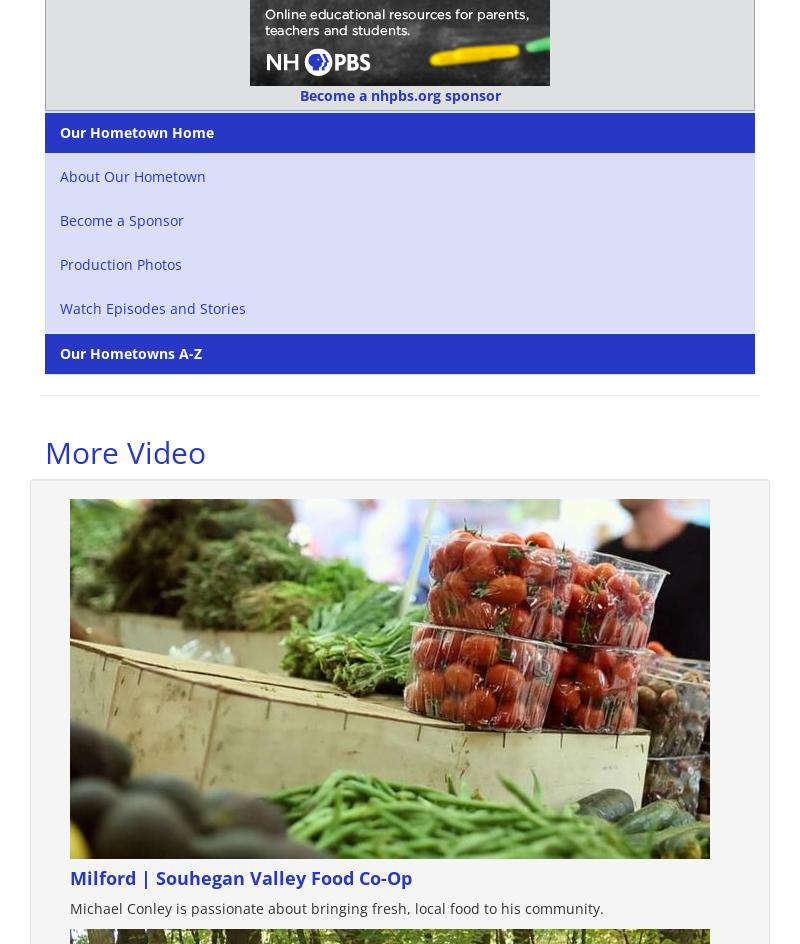  I want to click on 'Become a nhpbs.org sponsor', so click(398, 94).